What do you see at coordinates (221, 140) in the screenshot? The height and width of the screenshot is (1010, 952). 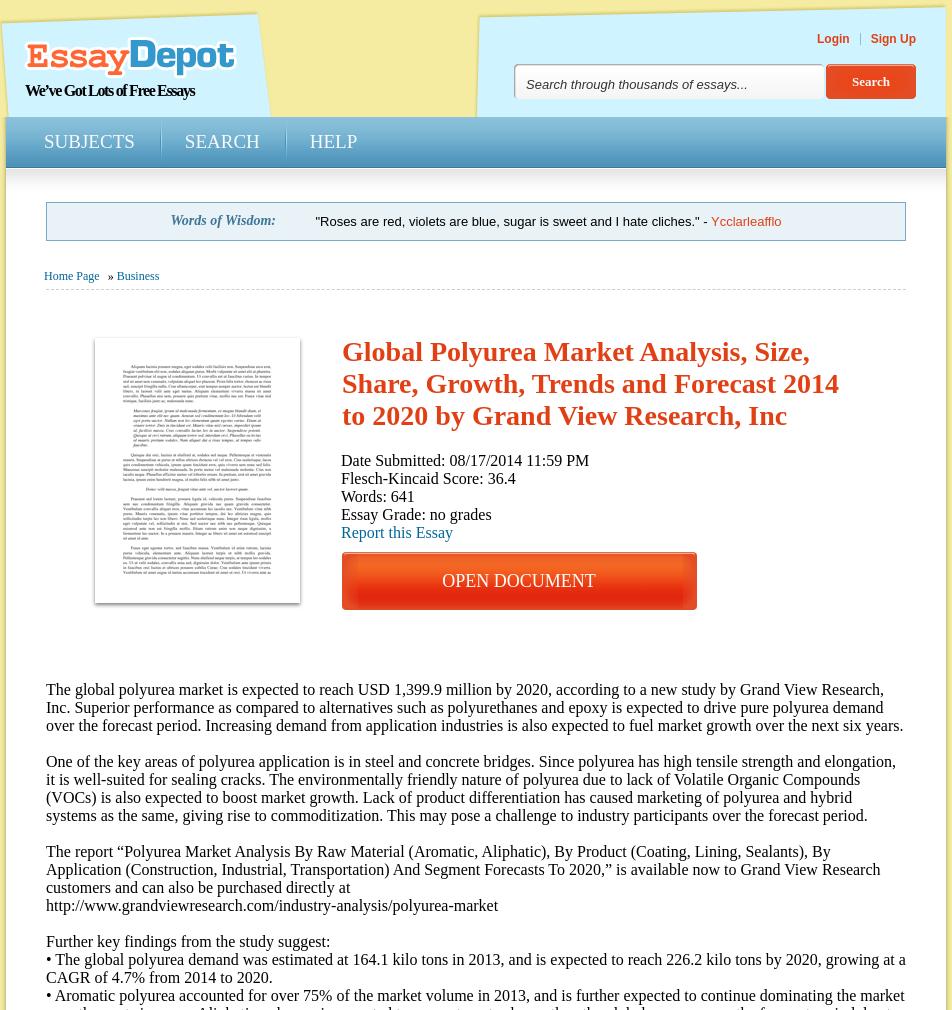 I see `'Search'` at bounding box center [221, 140].